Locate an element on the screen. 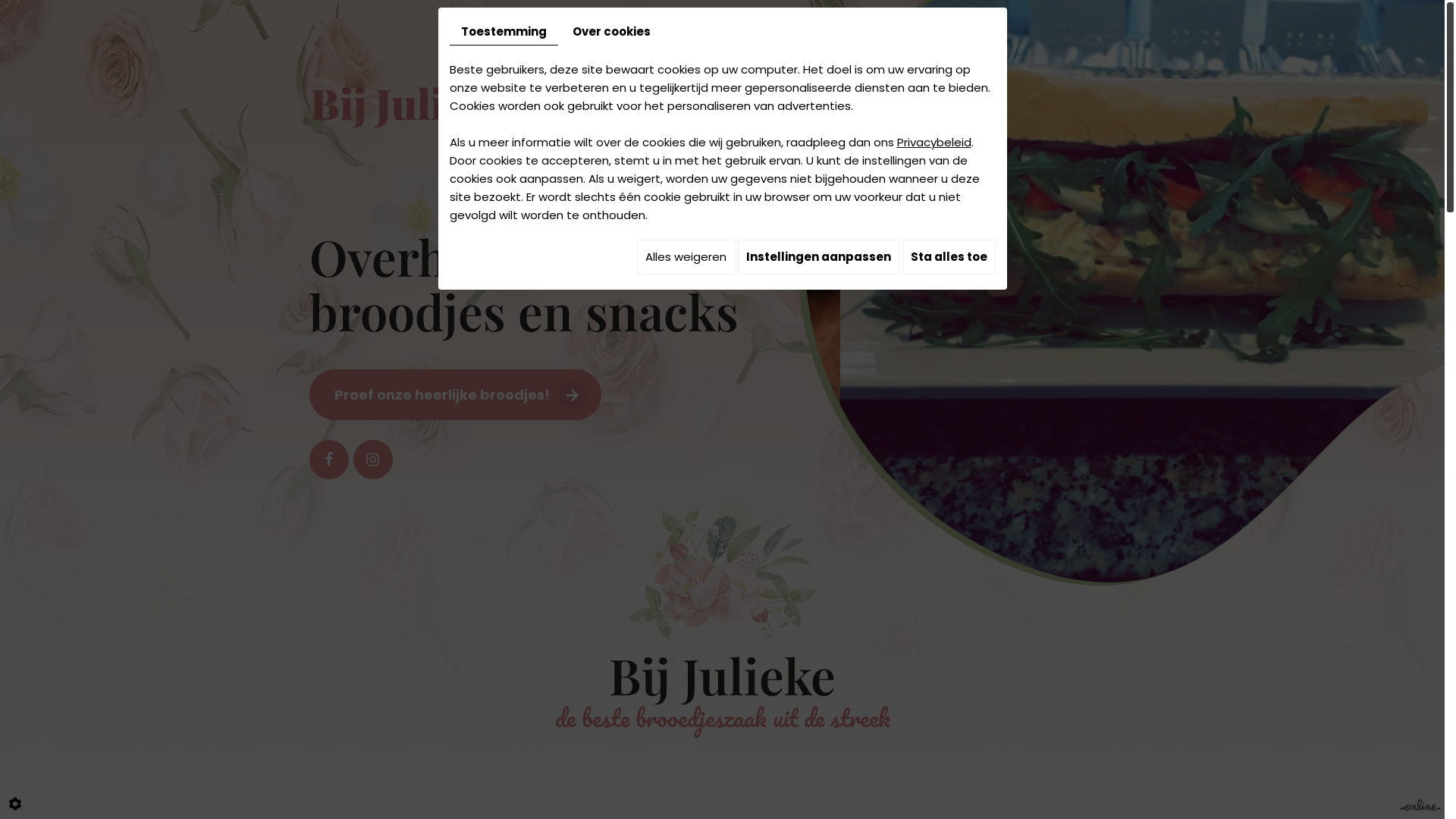  'Over cookies' is located at coordinates (611, 32).